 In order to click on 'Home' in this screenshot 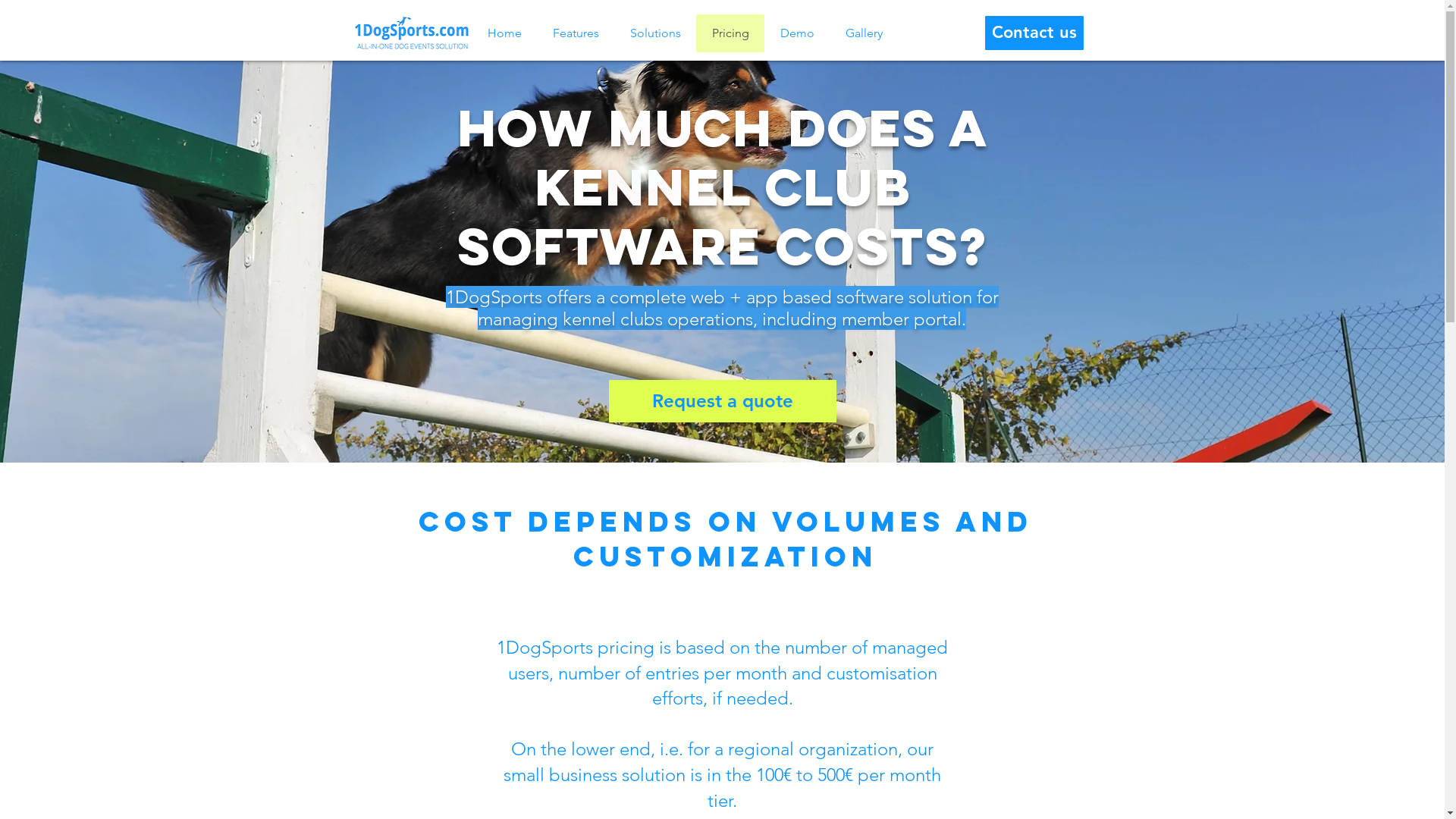, I will do `click(504, 33)`.